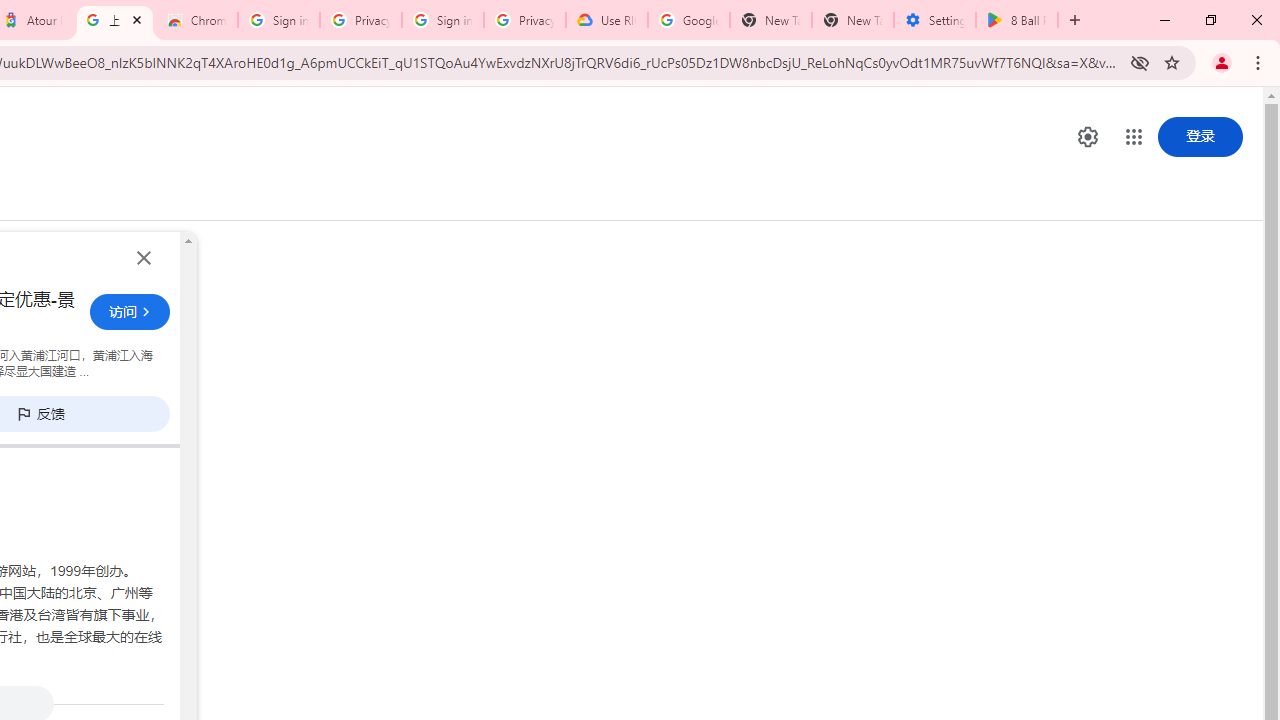 Image resolution: width=1280 pixels, height=720 pixels. I want to click on 'Sign in - Google Accounts', so click(441, 20).